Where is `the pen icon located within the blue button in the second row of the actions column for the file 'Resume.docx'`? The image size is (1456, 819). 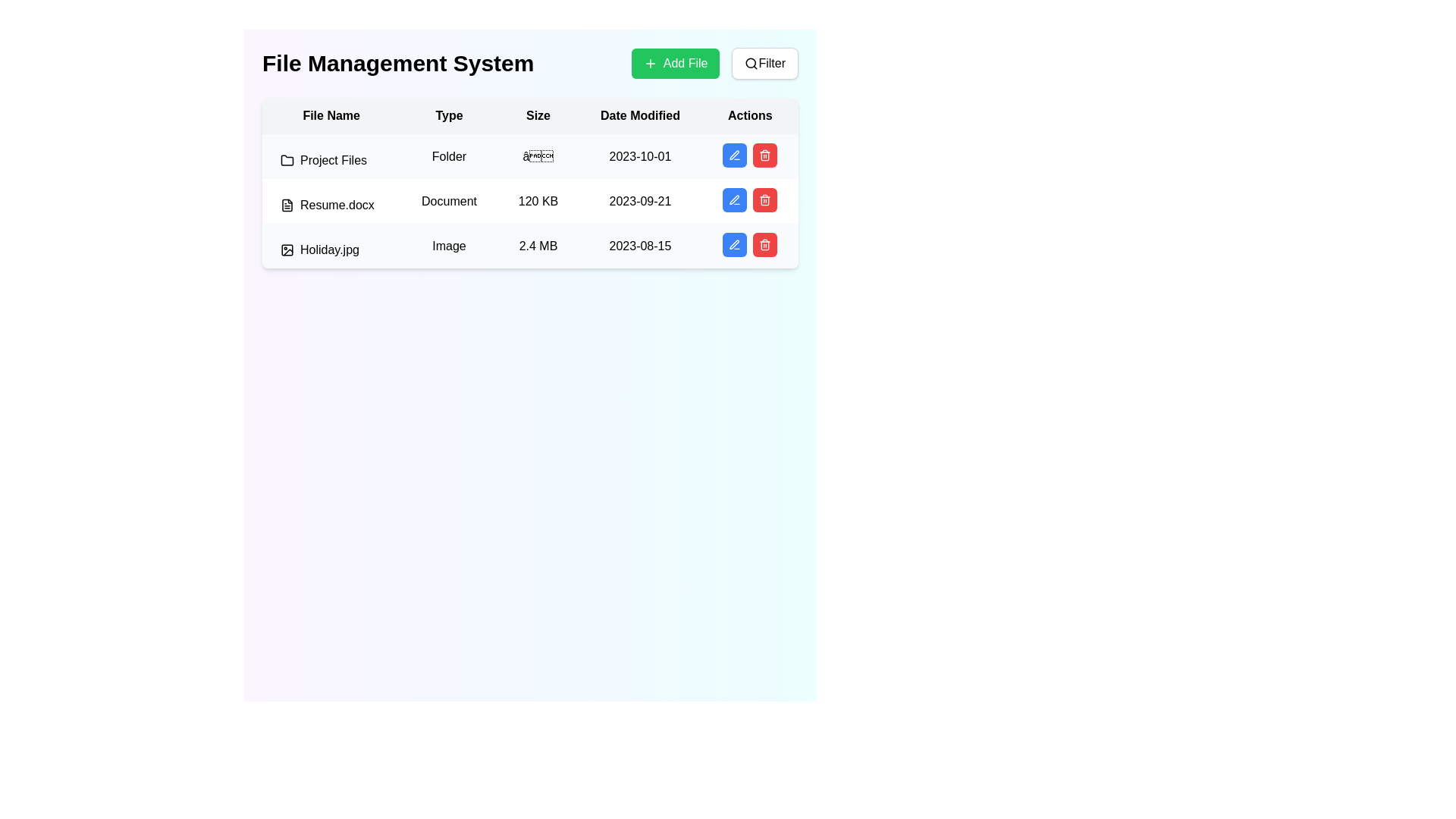 the pen icon located within the blue button in the second row of the actions column for the file 'Resume.docx' is located at coordinates (735, 155).